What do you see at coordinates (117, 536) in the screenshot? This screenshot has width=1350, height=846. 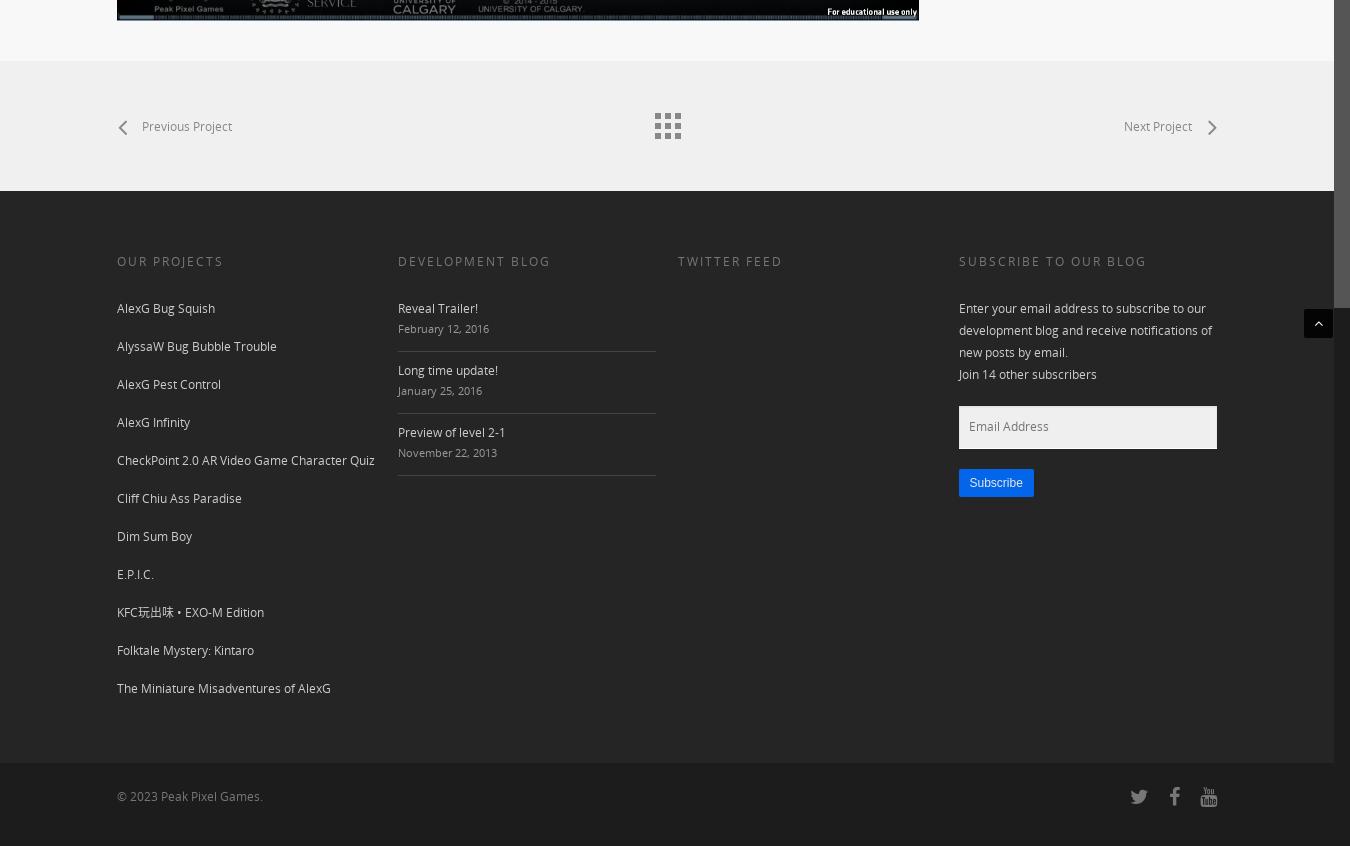 I see `'Dim Sum Boy'` at bounding box center [117, 536].